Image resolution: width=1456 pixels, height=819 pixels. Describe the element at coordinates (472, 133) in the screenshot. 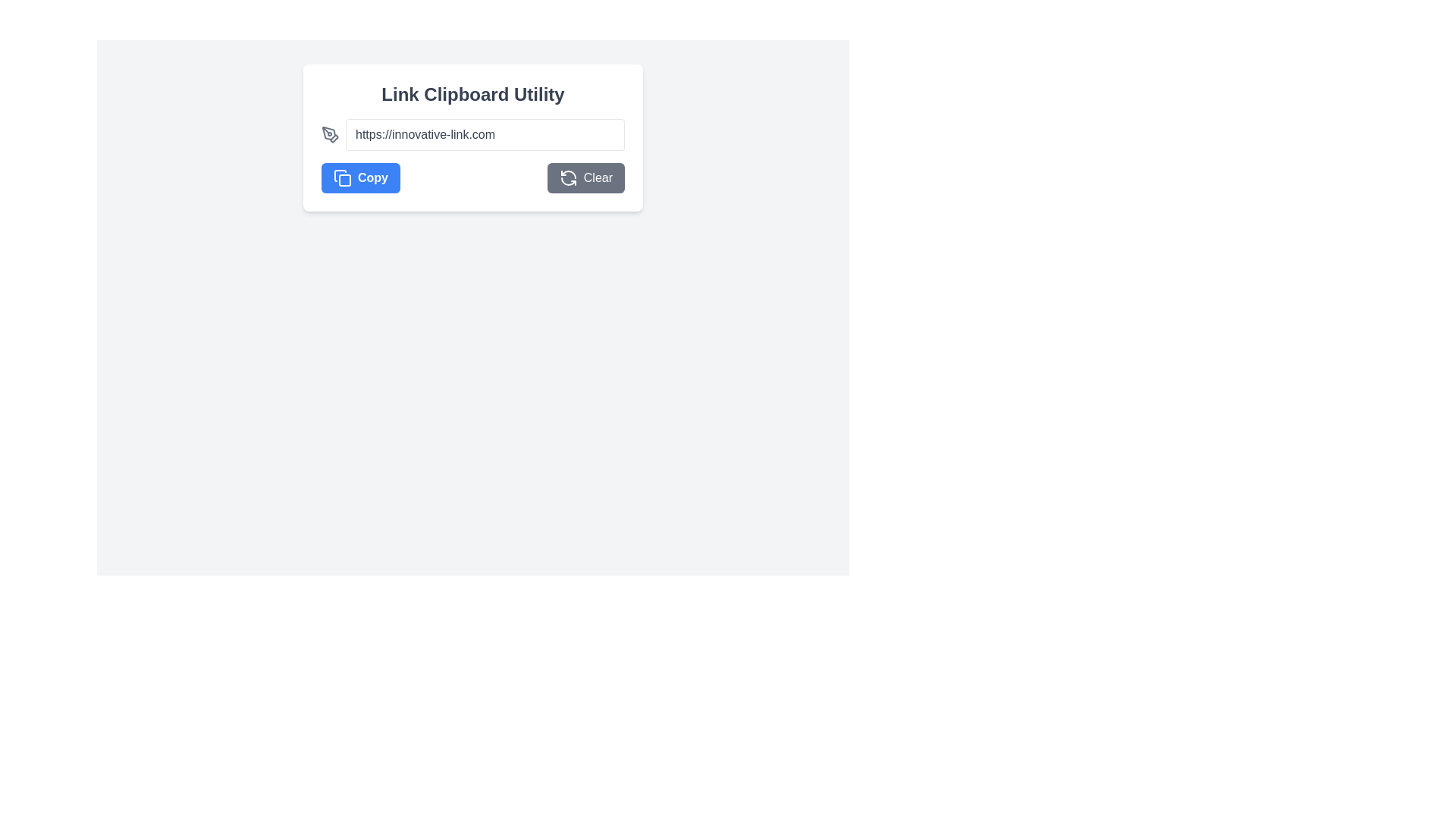

I see `the text input field displaying the URL 'https://innovative-link.com'` at that location.